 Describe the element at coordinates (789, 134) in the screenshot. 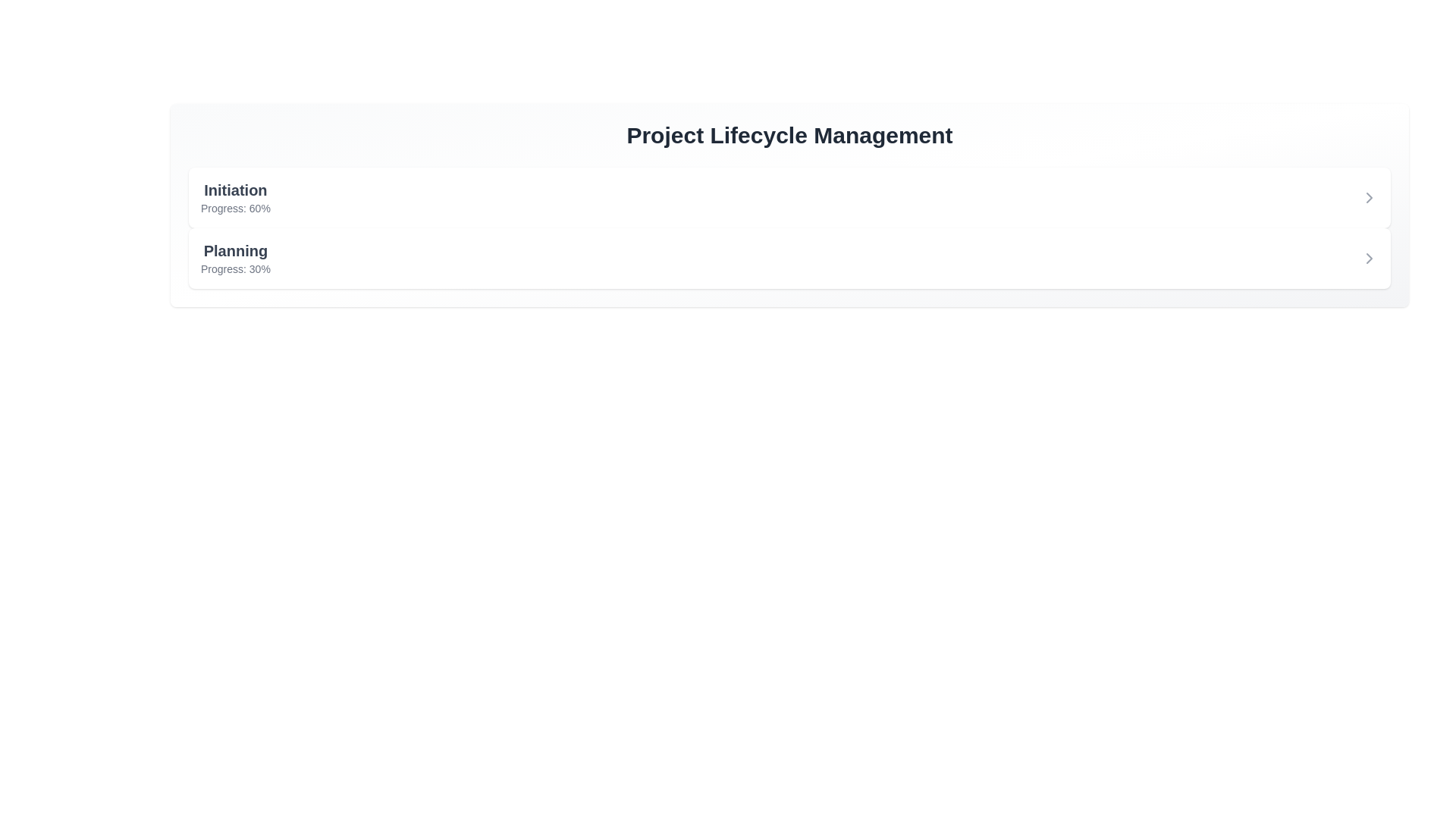

I see `text label titled 'Project Lifecycle Management', which is displayed in bold, large font and centered horizontally within its section` at that location.